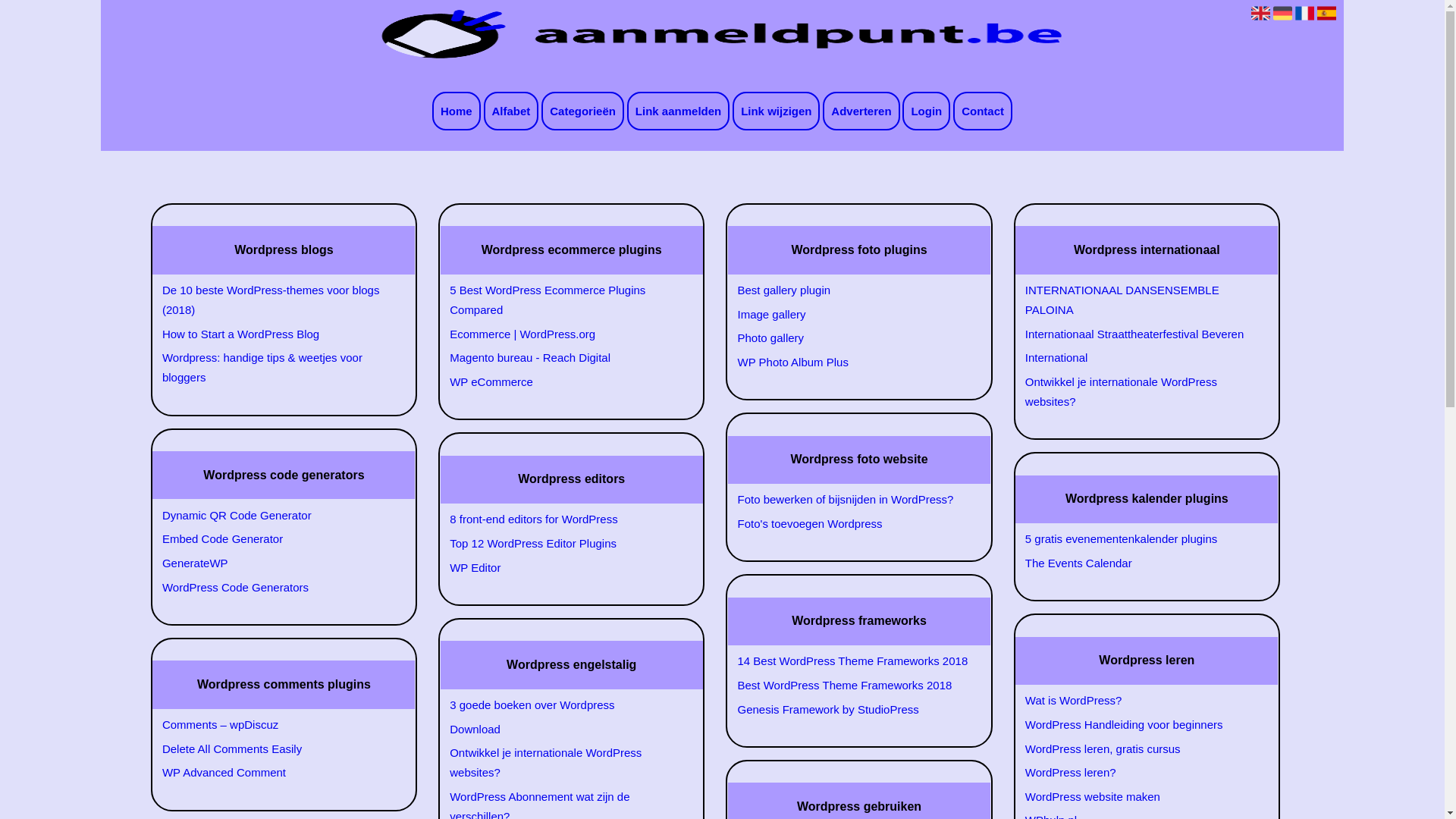  What do you see at coordinates (441, 381) in the screenshot?
I see `'WP eCommerce'` at bounding box center [441, 381].